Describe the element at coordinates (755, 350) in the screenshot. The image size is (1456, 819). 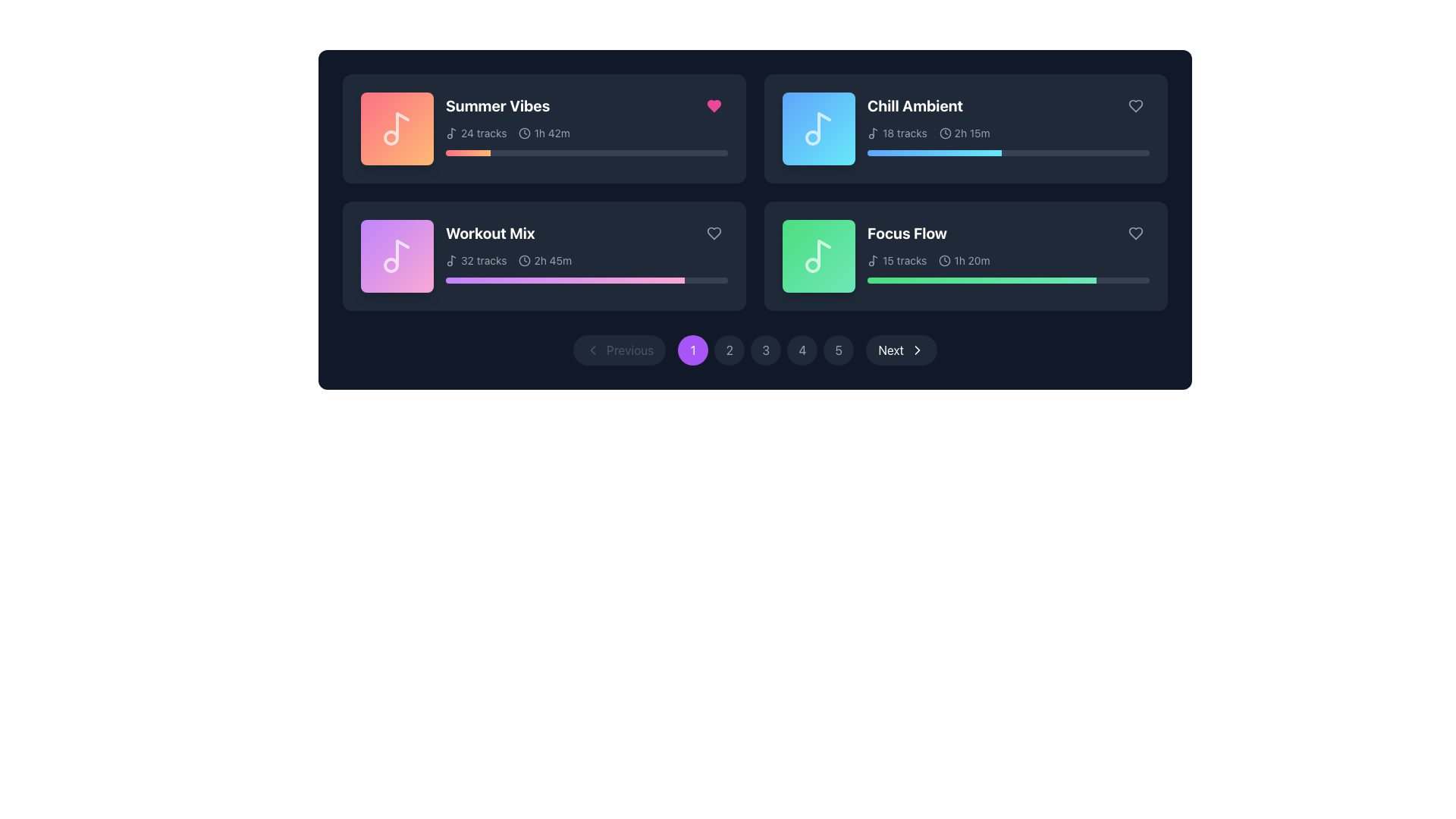
I see `the third pagination button located at the bottom of the playlist interface` at that location.